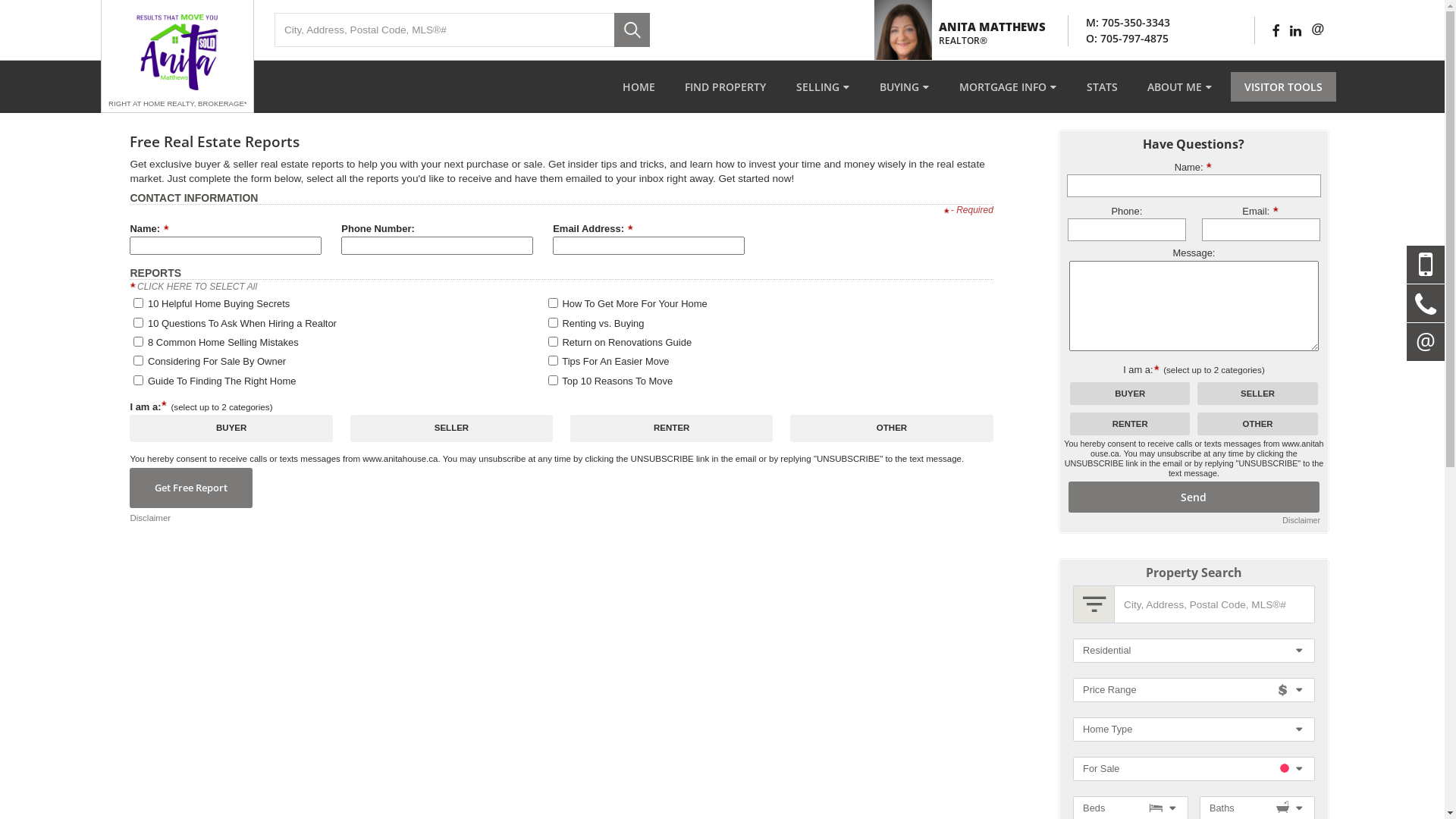 The width and height of the screenshot is (1456, 819). I want to click on 'Residential', so click(1193, 649).